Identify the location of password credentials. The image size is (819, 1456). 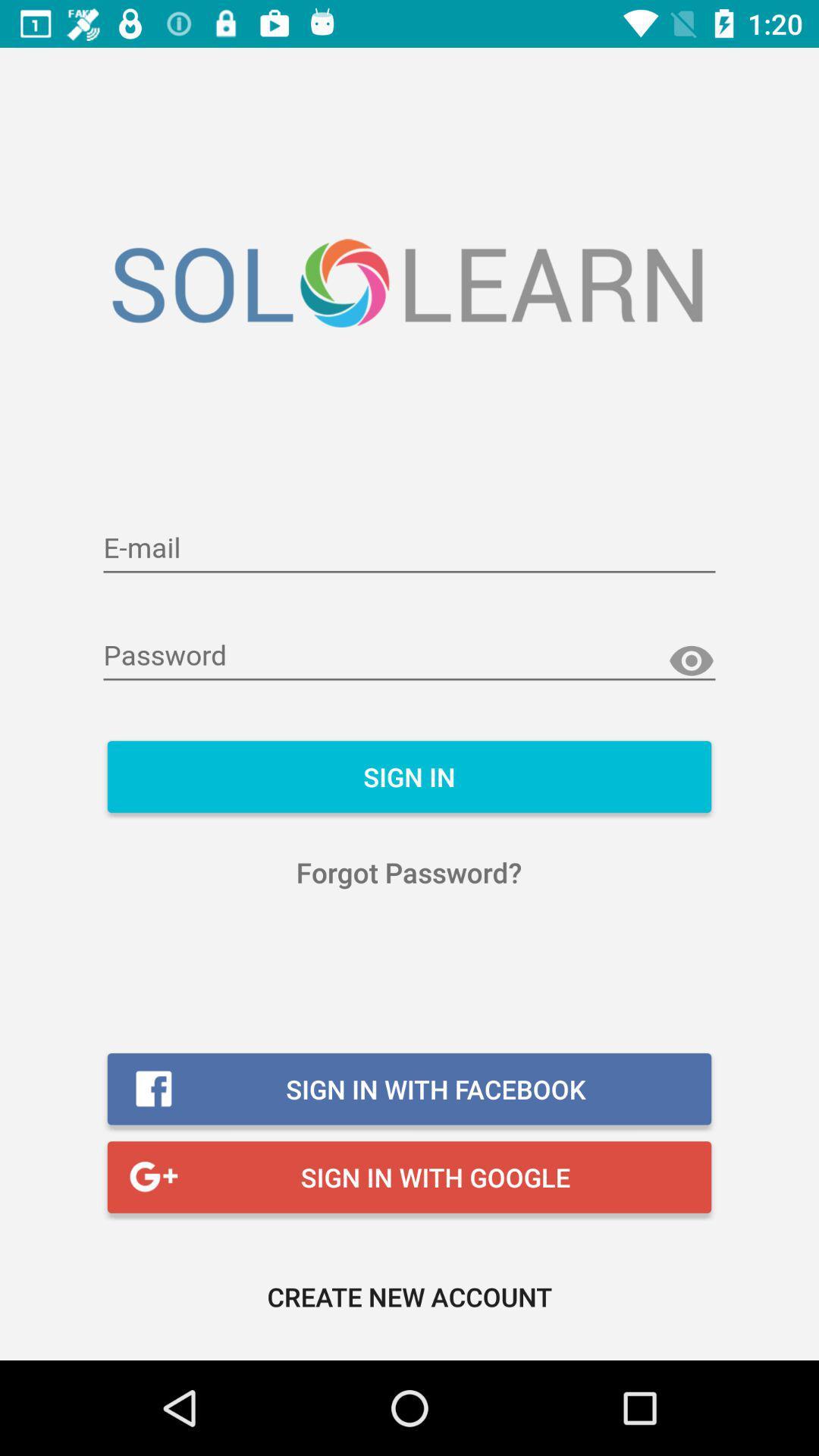
(409, 656).